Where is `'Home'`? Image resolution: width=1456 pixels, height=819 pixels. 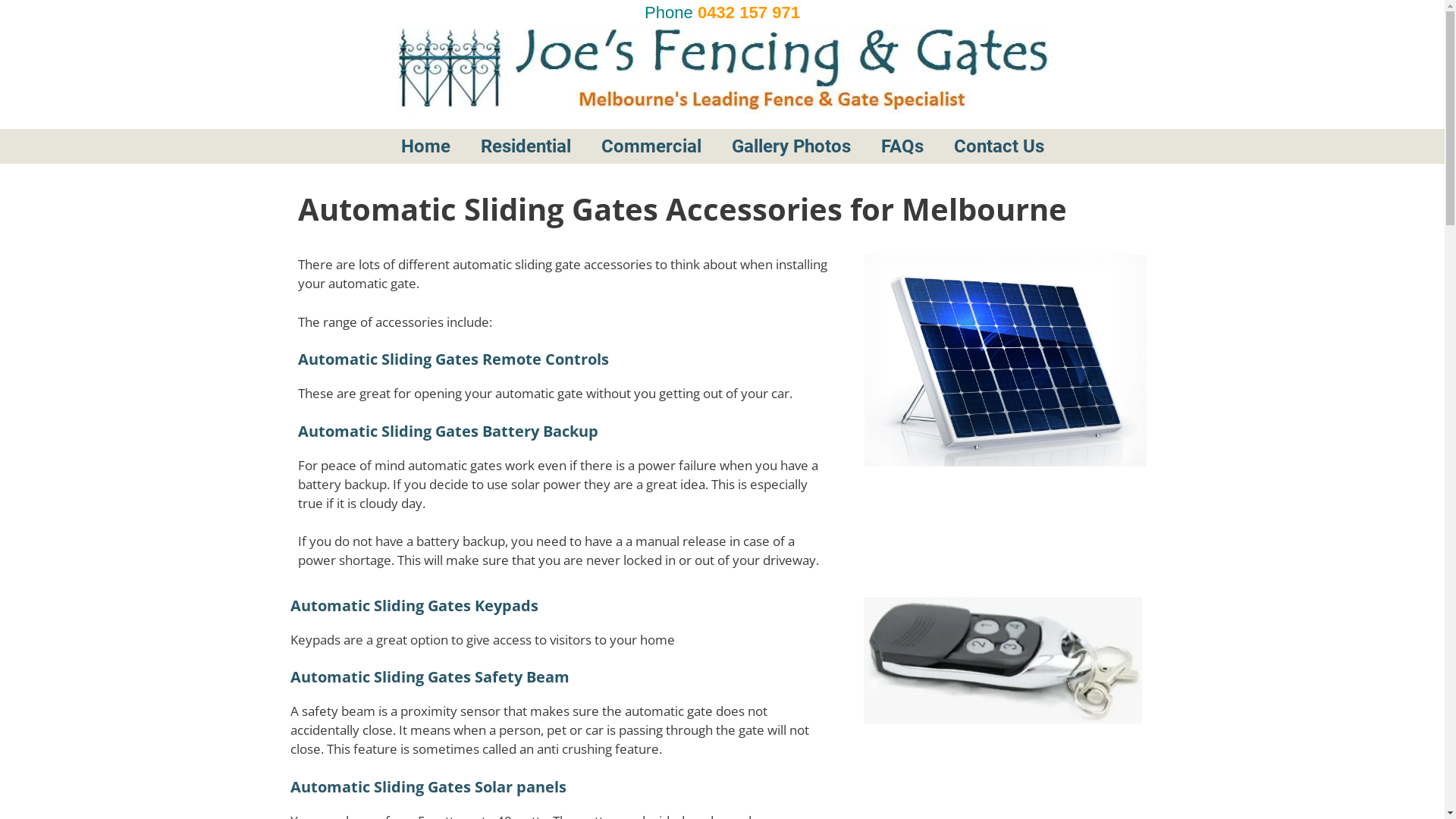
'Home' is located at coordinates (456, 146).